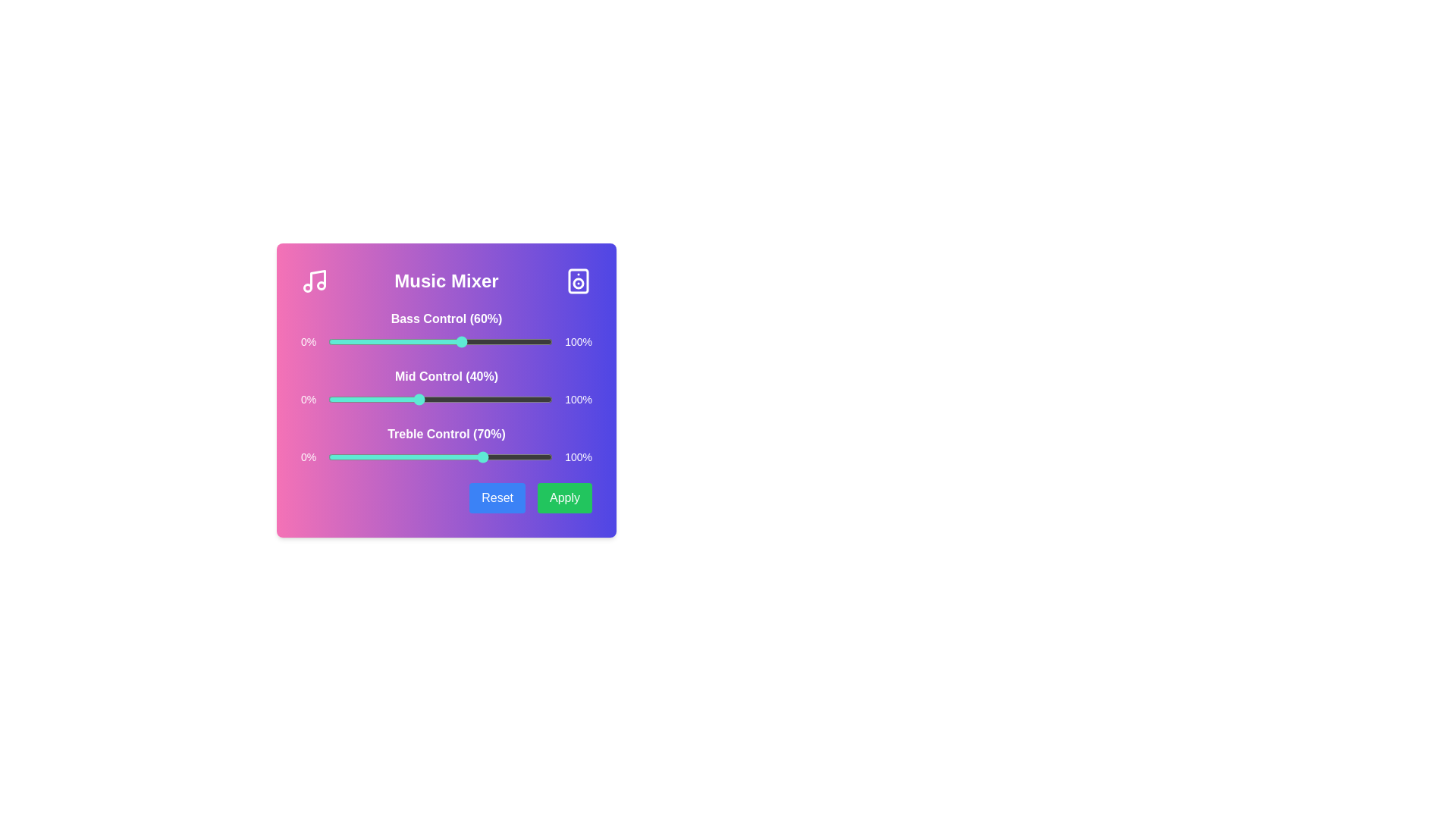  What do you see at coordinates (462, 399) in the screenshot?
I see `the mid control slider to 60%` at bounding box center [462, 399].